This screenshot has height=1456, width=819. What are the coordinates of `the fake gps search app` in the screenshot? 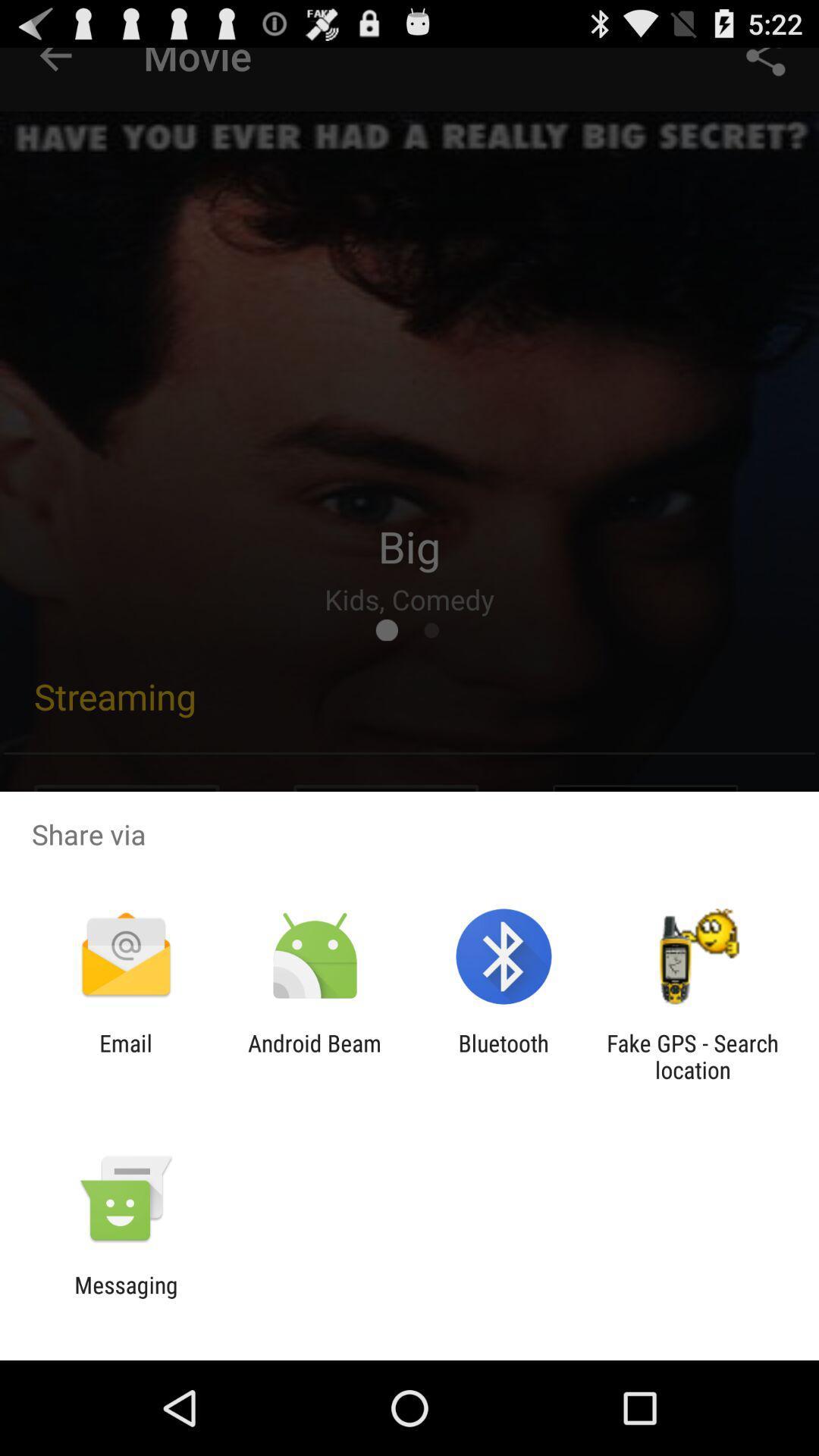 It's located at (692, 1056).